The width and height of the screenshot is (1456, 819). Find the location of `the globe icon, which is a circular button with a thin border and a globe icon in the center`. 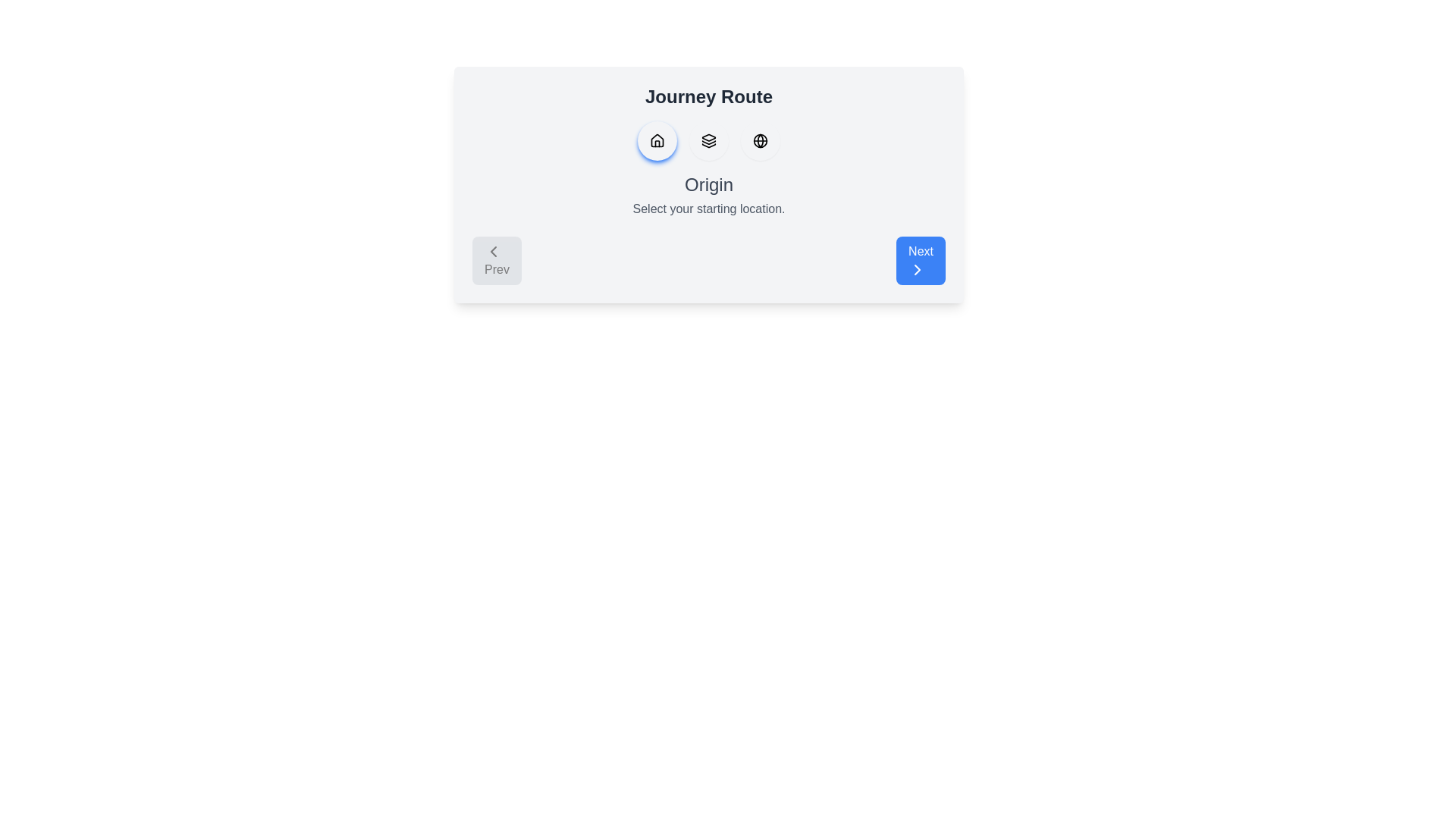

the globe icon, which is a circular button with a thin border and a globe icon in the center is located at coordinates (761, 140).